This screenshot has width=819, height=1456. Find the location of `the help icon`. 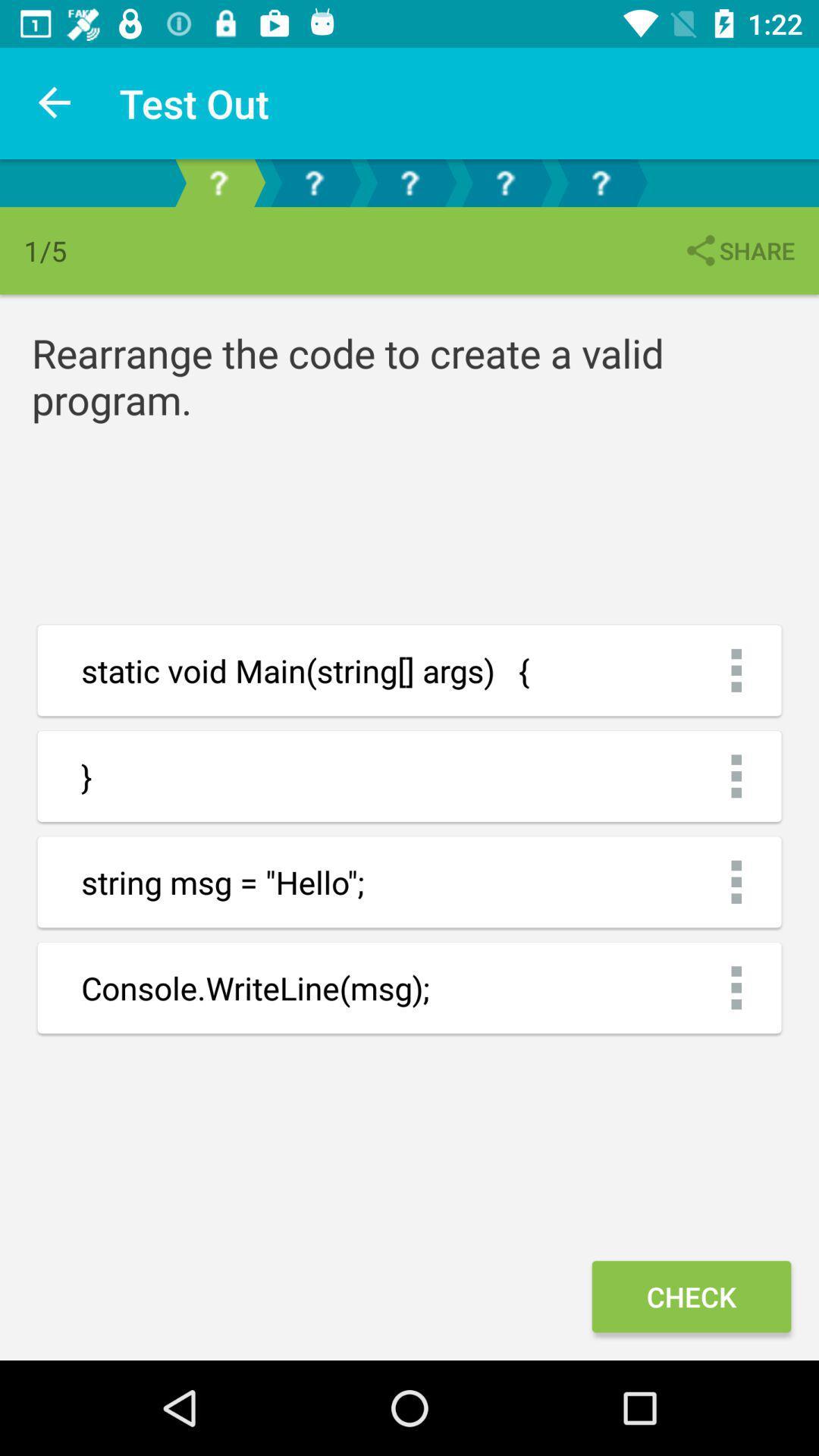

the help icon is located at coordinates (218, 182).